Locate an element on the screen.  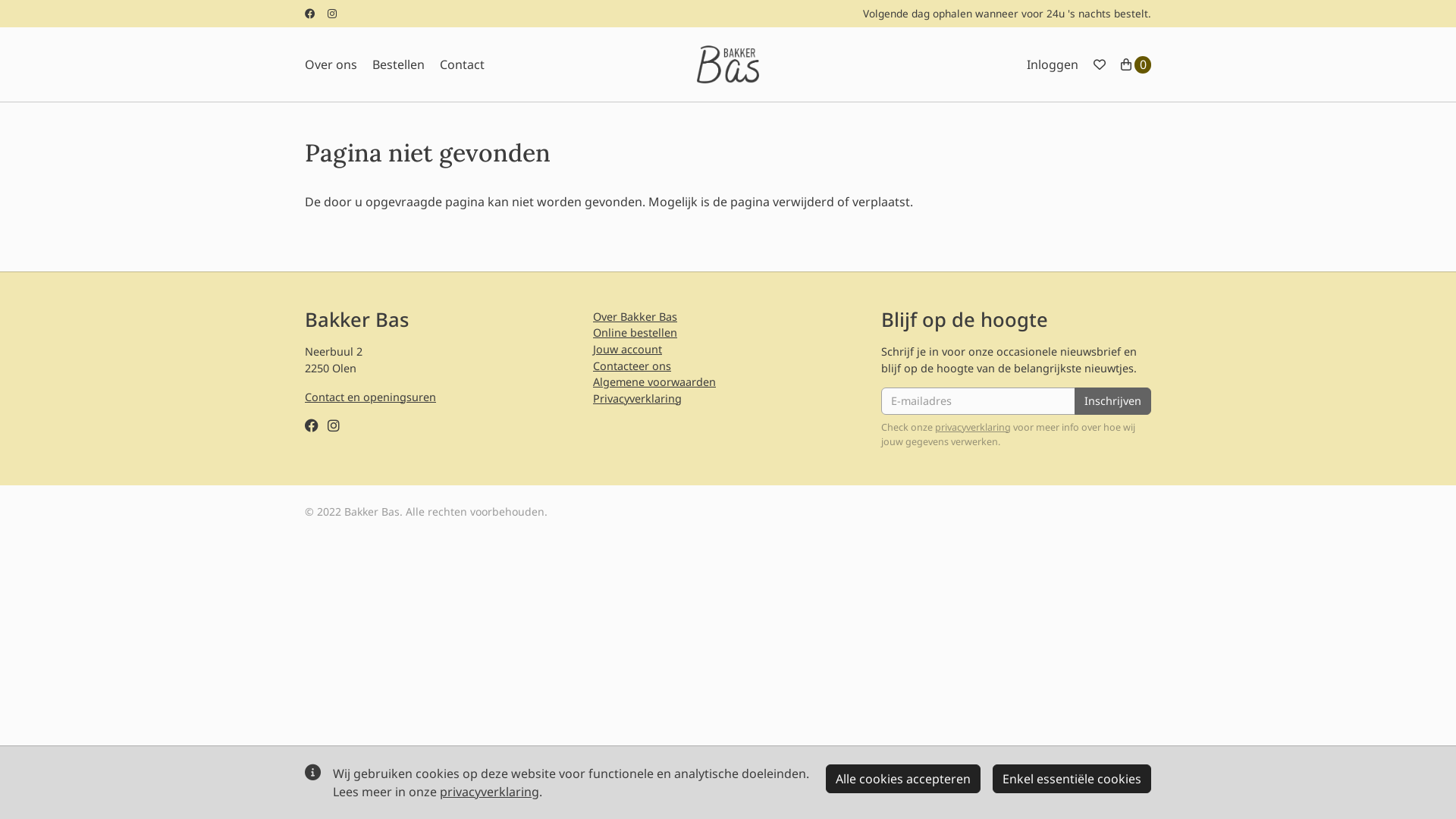
'Bestellen' is located at coordinates (398, 63).